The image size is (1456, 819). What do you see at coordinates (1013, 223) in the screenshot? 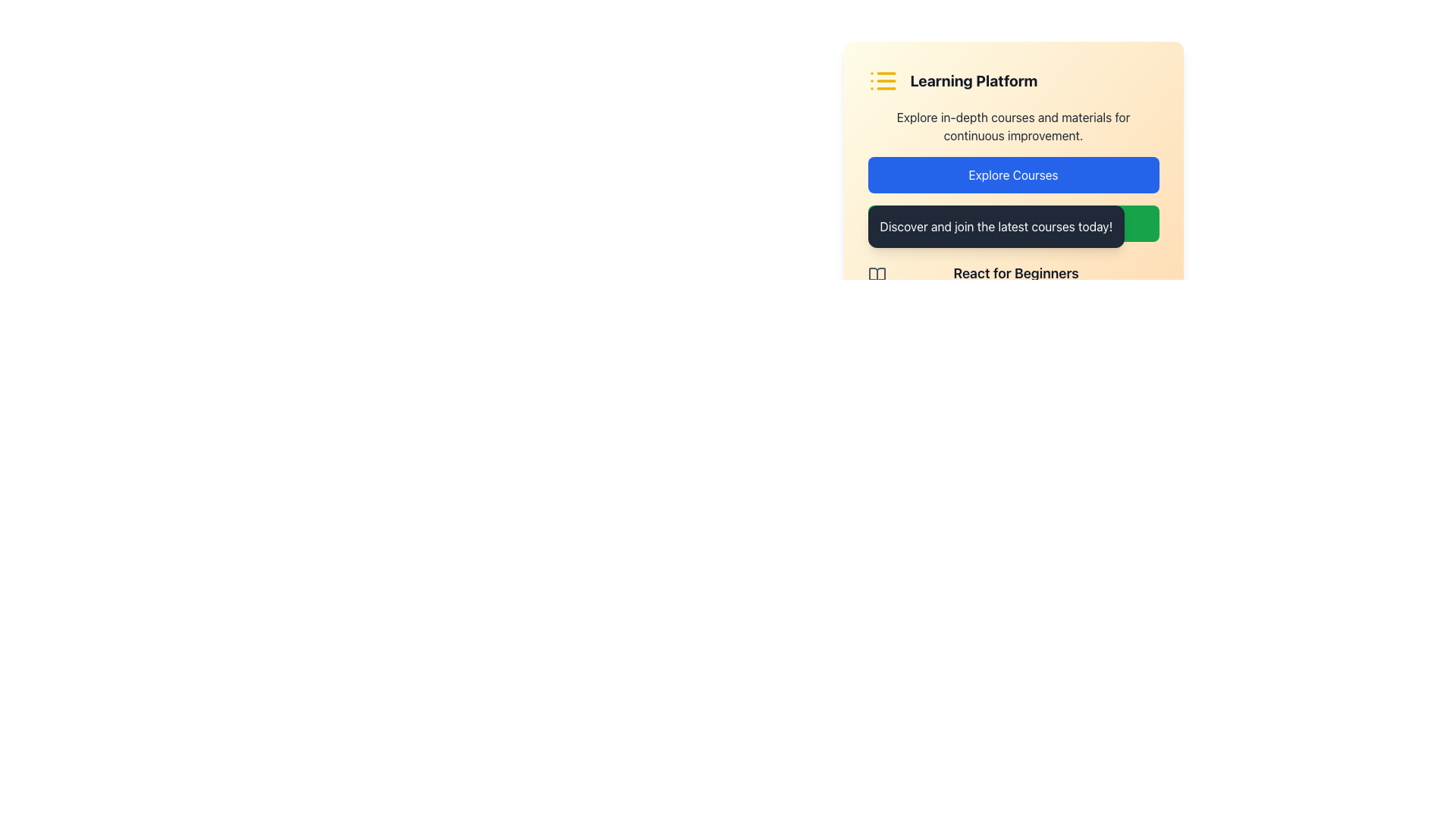
I see `the button that toggles the visibility of the details section, located below the 'Explore Courses' button and above the 'React for Beginners' section` at bounding box center [1013, 223].